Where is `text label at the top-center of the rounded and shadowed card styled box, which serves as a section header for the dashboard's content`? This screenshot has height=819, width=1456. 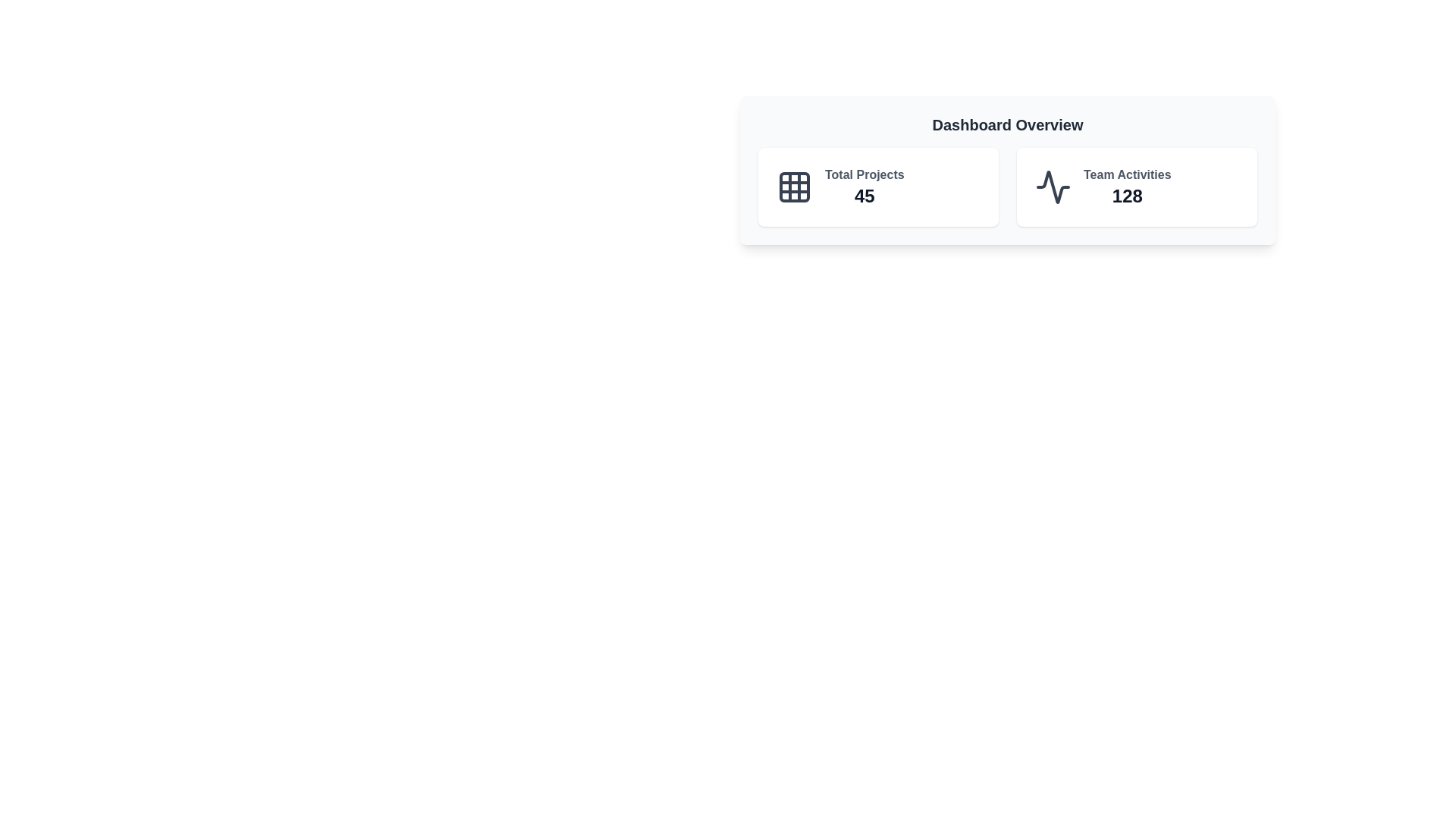
text label at the top-center of the rounded and shadowed card styled box, which serves as a section header for the dashboard's content is located at coordinates (1008, 124).